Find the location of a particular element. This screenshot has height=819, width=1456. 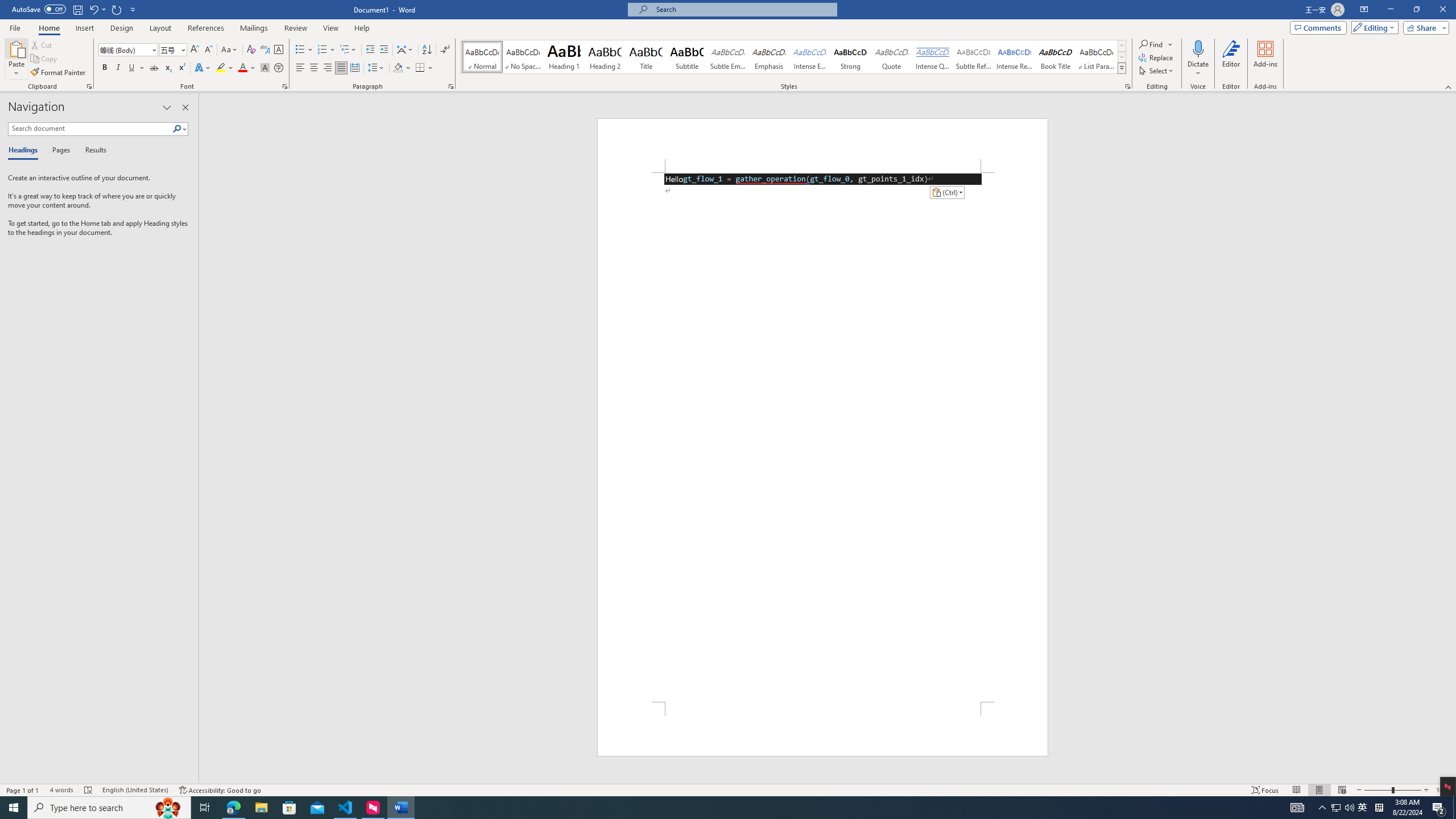

'Heading 2' is located at coordinates (605, 56).